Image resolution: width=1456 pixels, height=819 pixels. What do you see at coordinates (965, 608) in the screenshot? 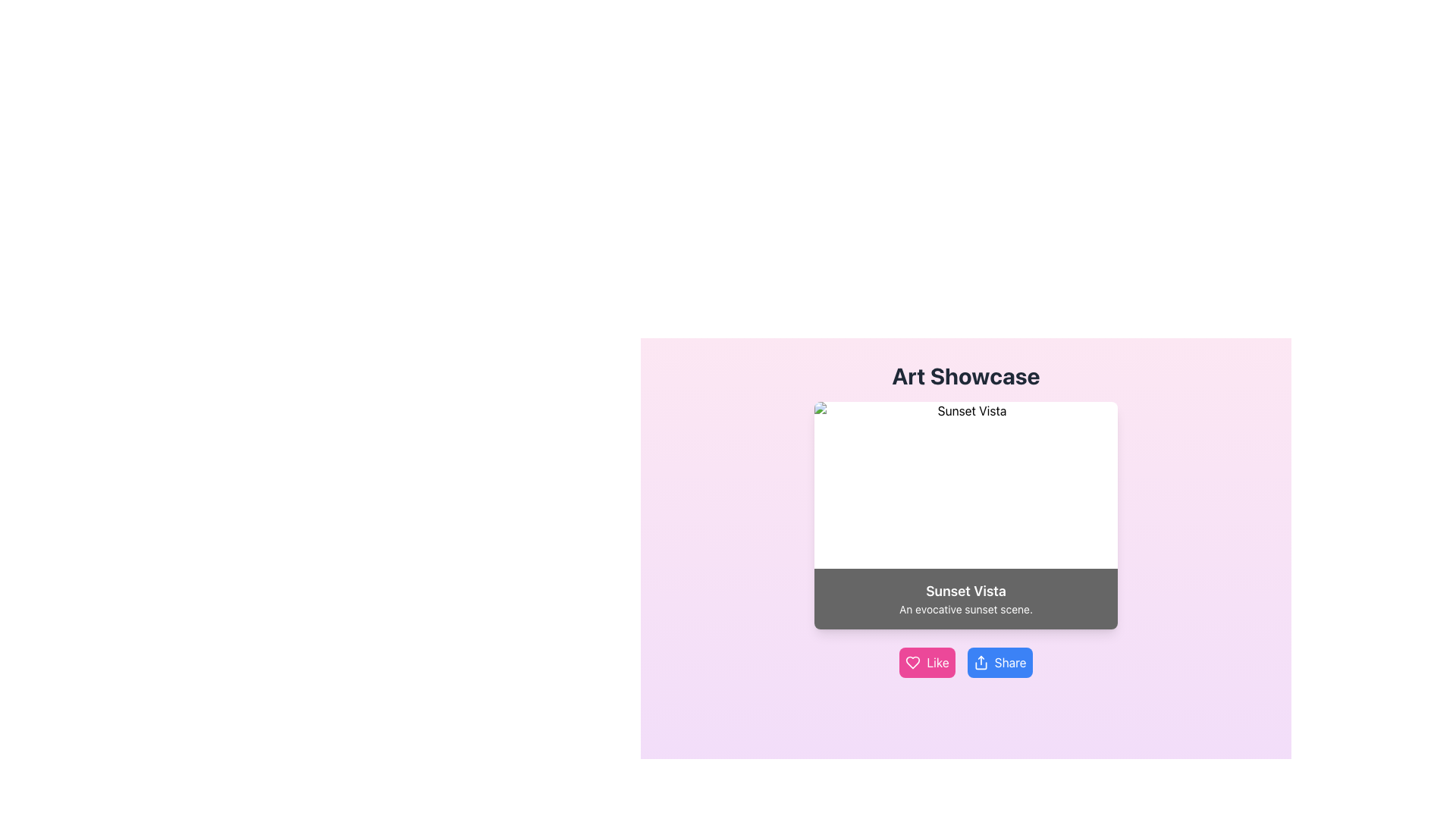
I see `text label displaying 'An evocative sunset scene.' which is centered within a dark gray section at the bottom of the card titled 'Sunset Vista'` at bounding box center [965, 608].